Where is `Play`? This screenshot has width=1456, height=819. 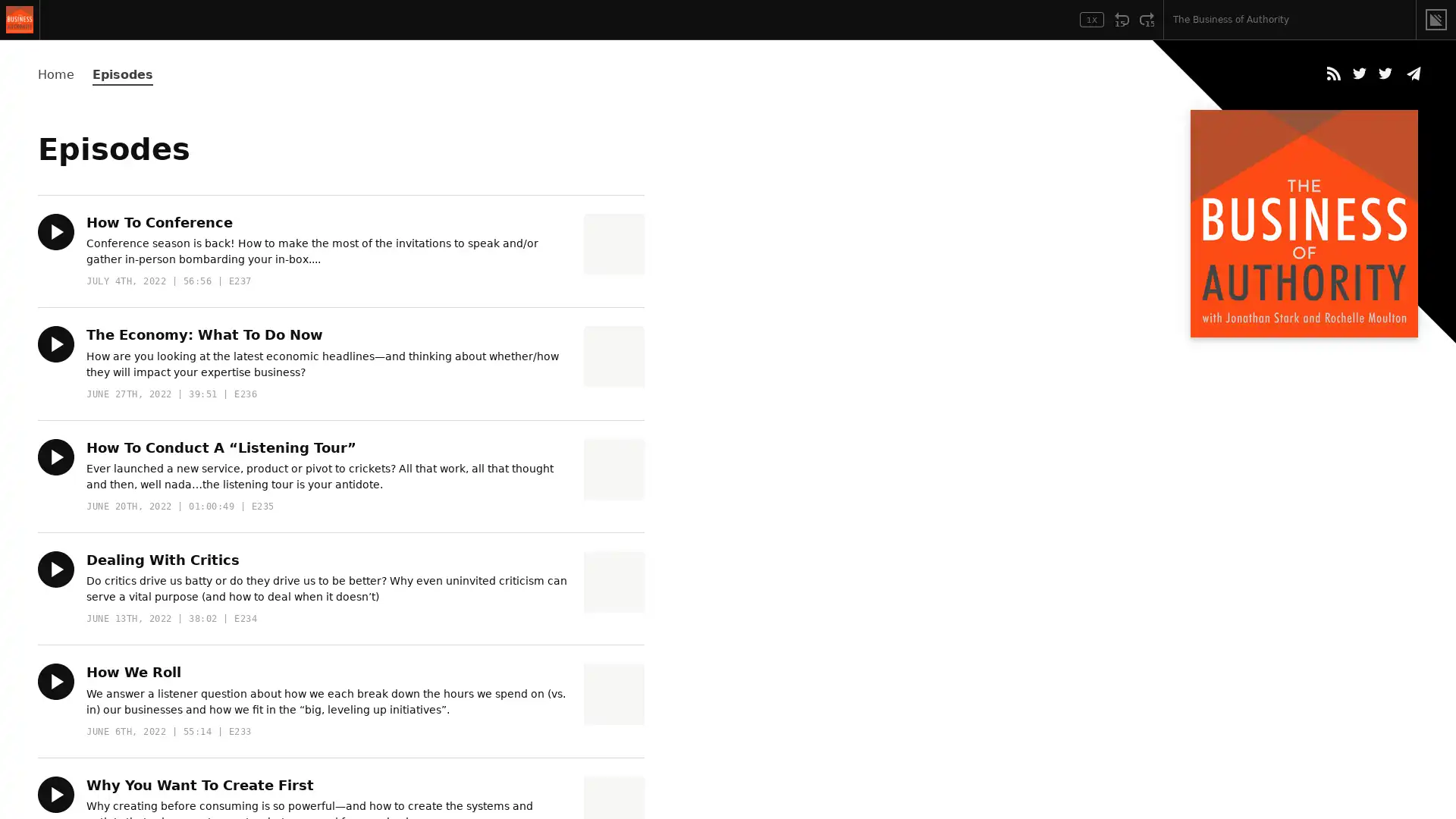
Play is located at coordinates (55, 231).